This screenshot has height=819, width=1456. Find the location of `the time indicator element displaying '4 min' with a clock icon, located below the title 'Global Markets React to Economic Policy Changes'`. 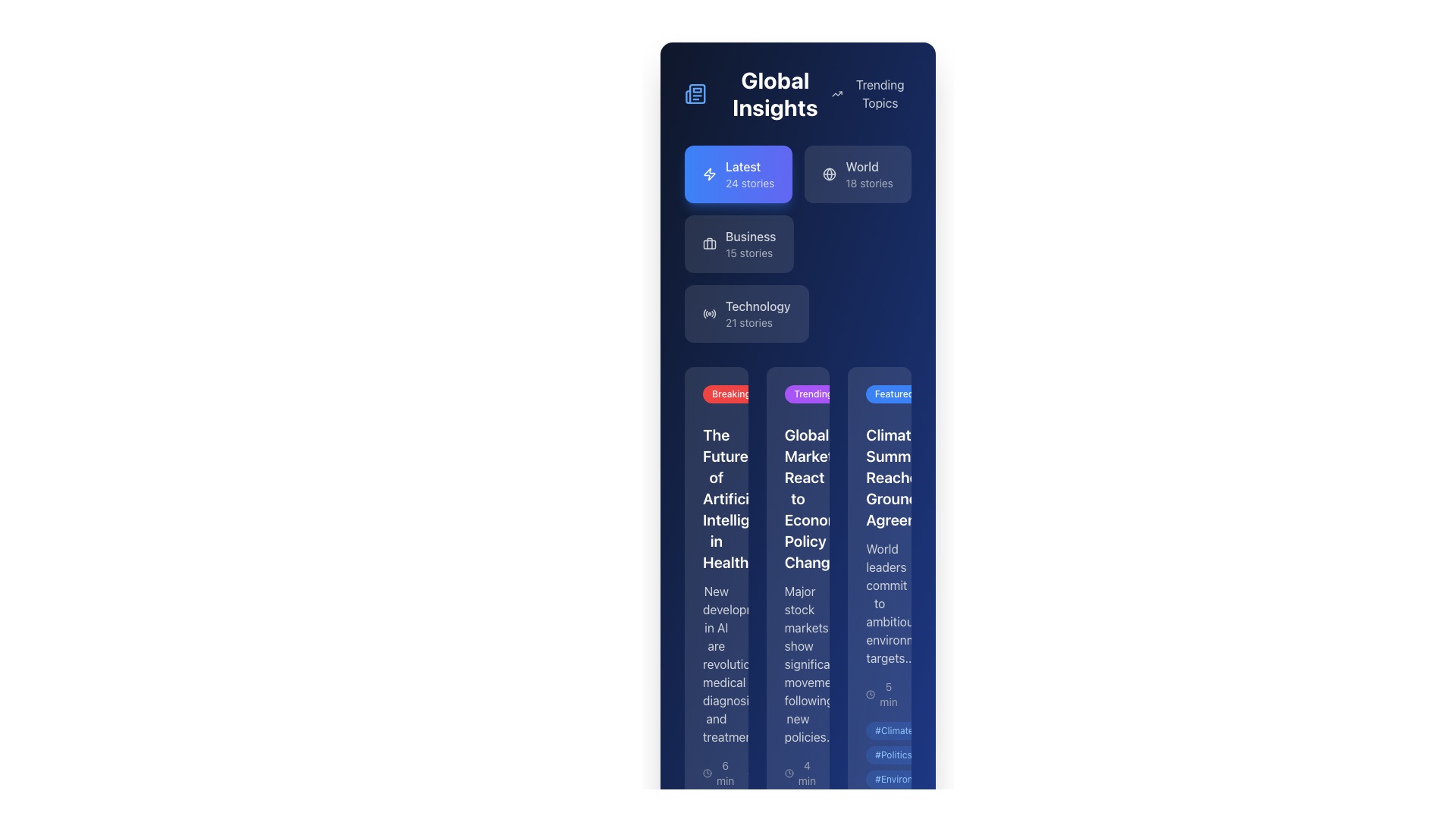

the time indicator element displaying '4 min' with a clock icon, located below the title 'Global Markets React to Economic Policy Changes' is located at coordinates (797, 773).